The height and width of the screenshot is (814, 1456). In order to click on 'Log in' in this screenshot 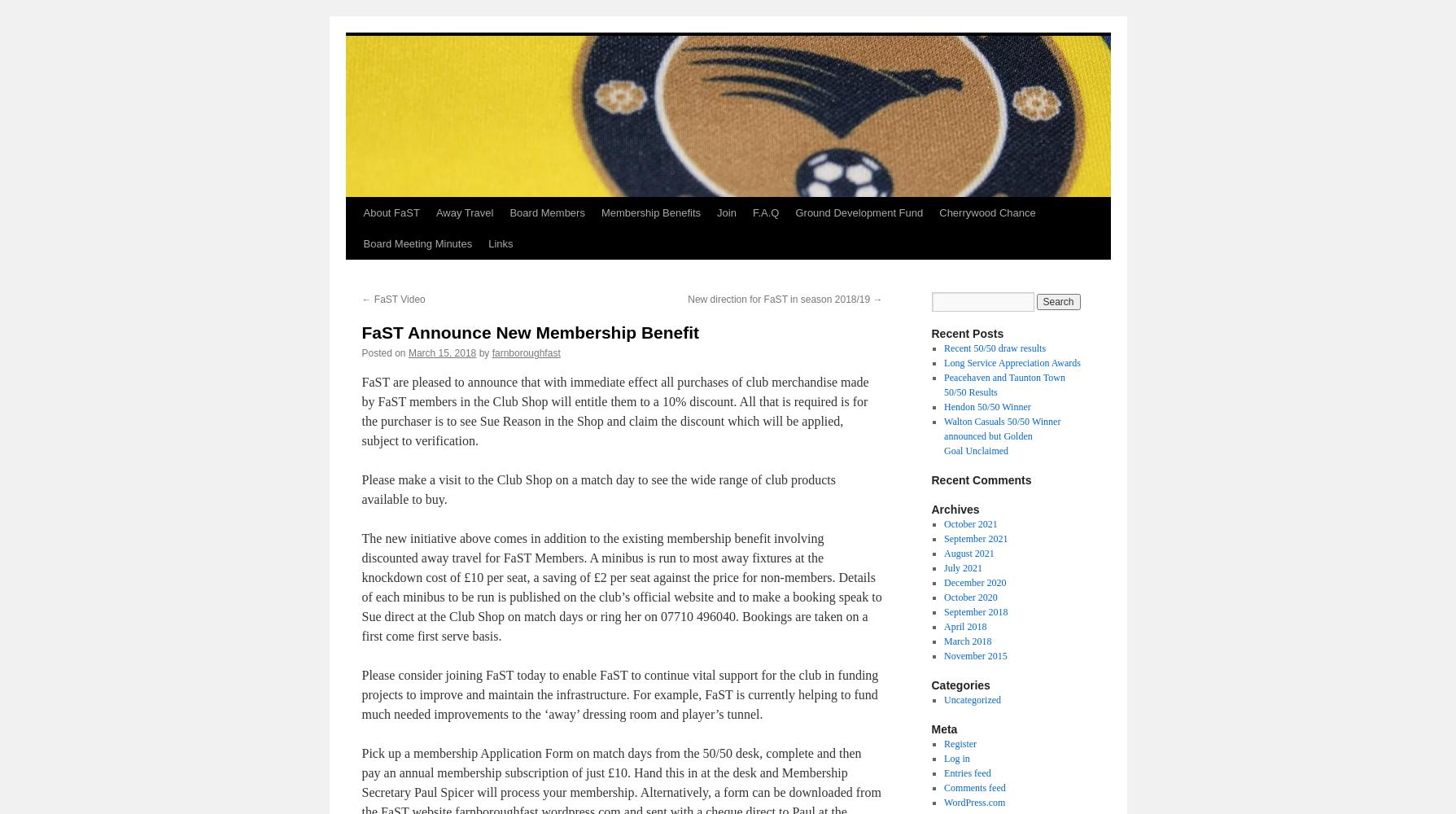, I will do `click(955, 759)`.